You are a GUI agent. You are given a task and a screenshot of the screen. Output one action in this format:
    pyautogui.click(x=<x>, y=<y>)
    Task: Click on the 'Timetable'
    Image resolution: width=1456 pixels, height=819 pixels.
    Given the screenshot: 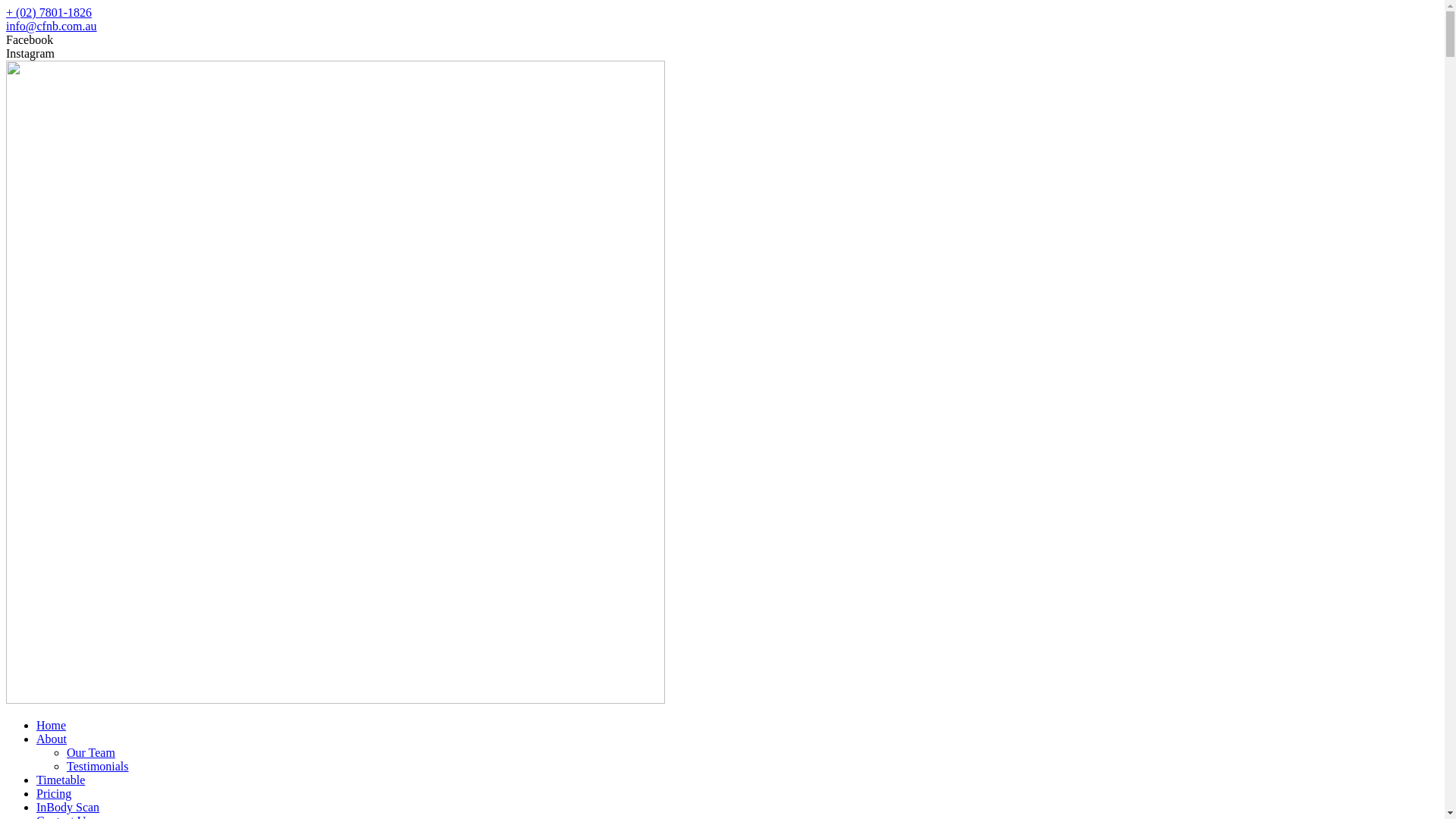 What is the action you would take?
    pyautogui.click(x=36, y=780)
    